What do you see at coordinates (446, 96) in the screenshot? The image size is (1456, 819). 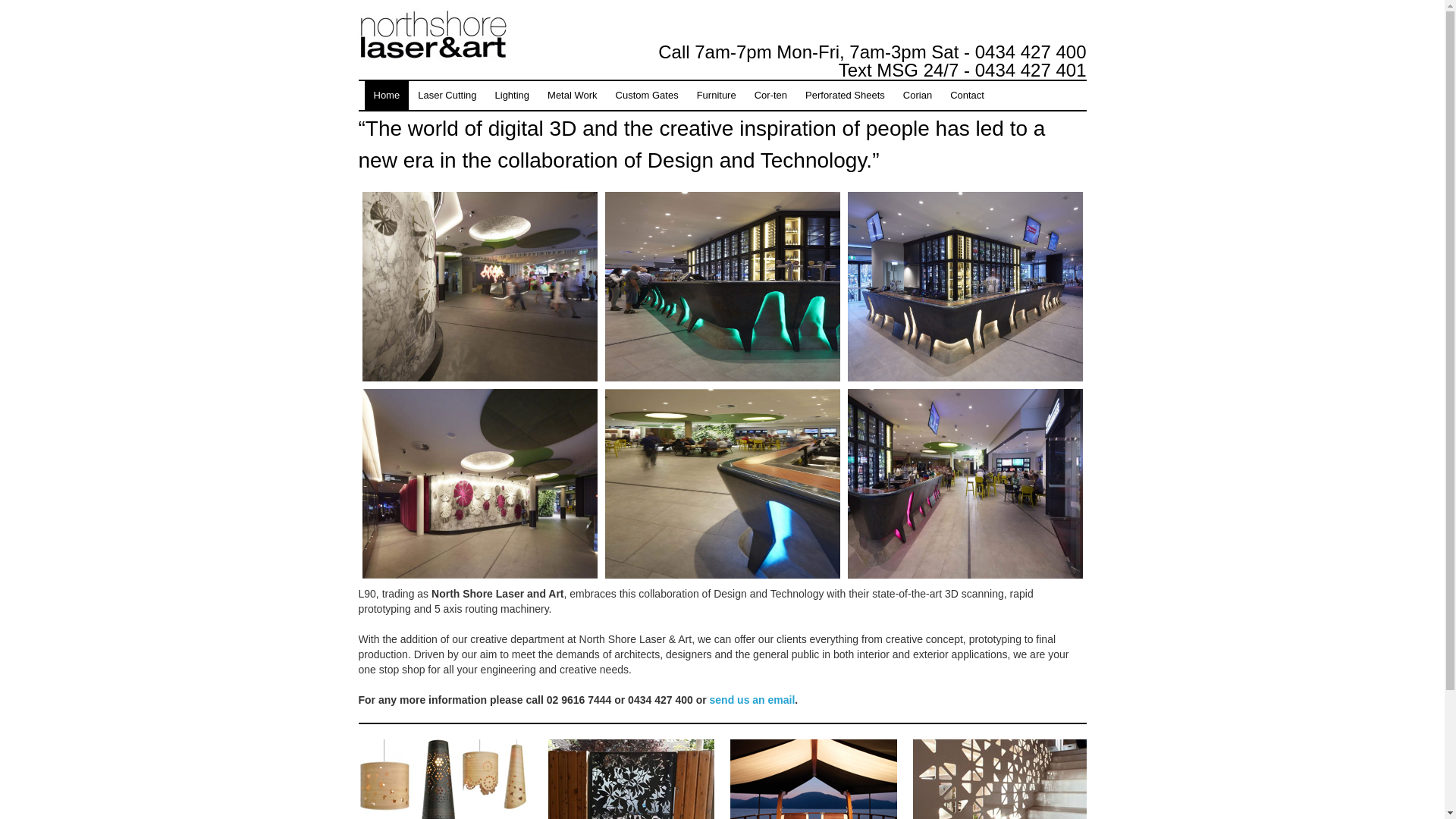 I see `'Laser Cutting'` at bounding box center [446, 96].